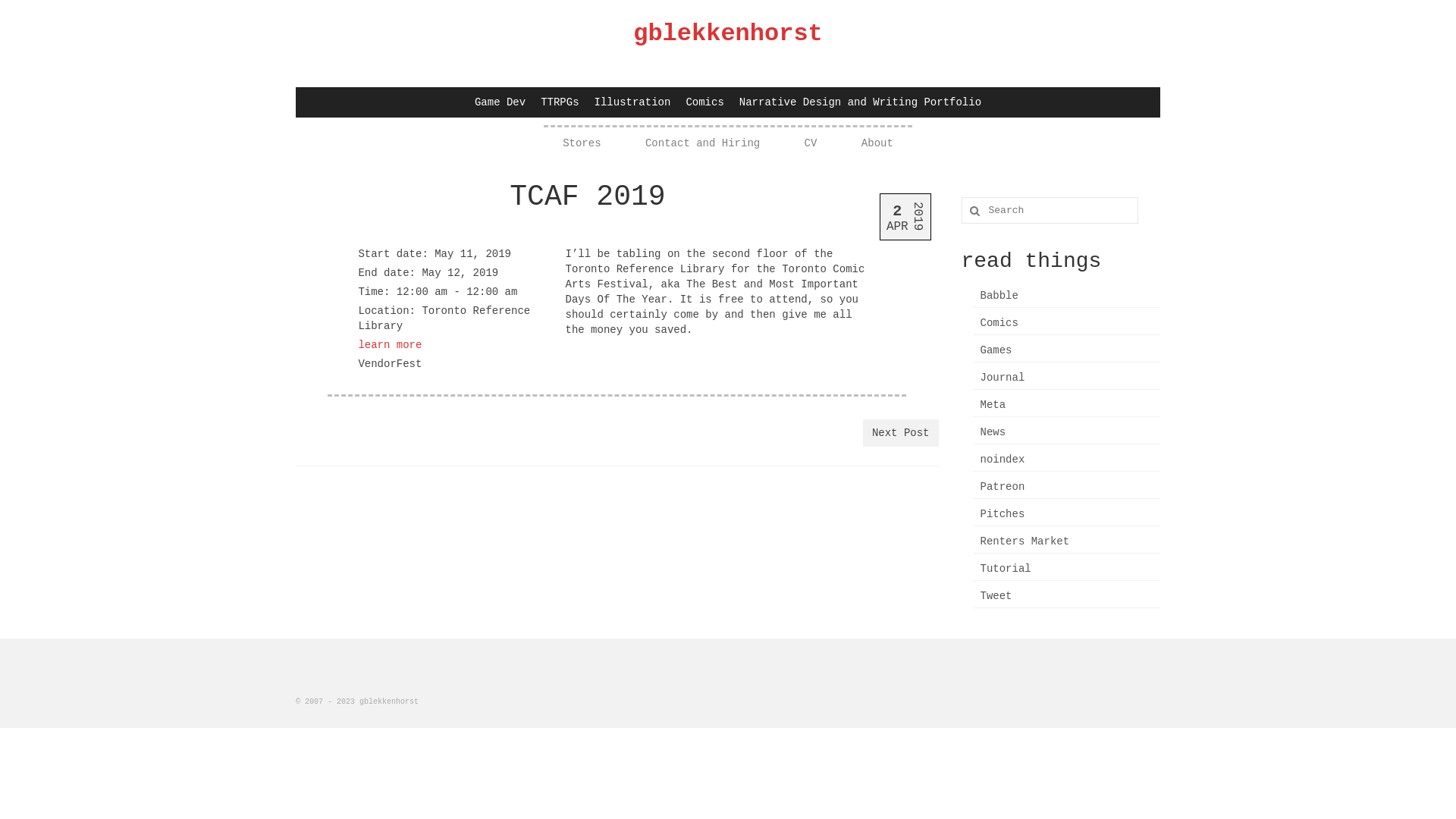  I want to click on 'Contact and Hiring', so click(701, 143).